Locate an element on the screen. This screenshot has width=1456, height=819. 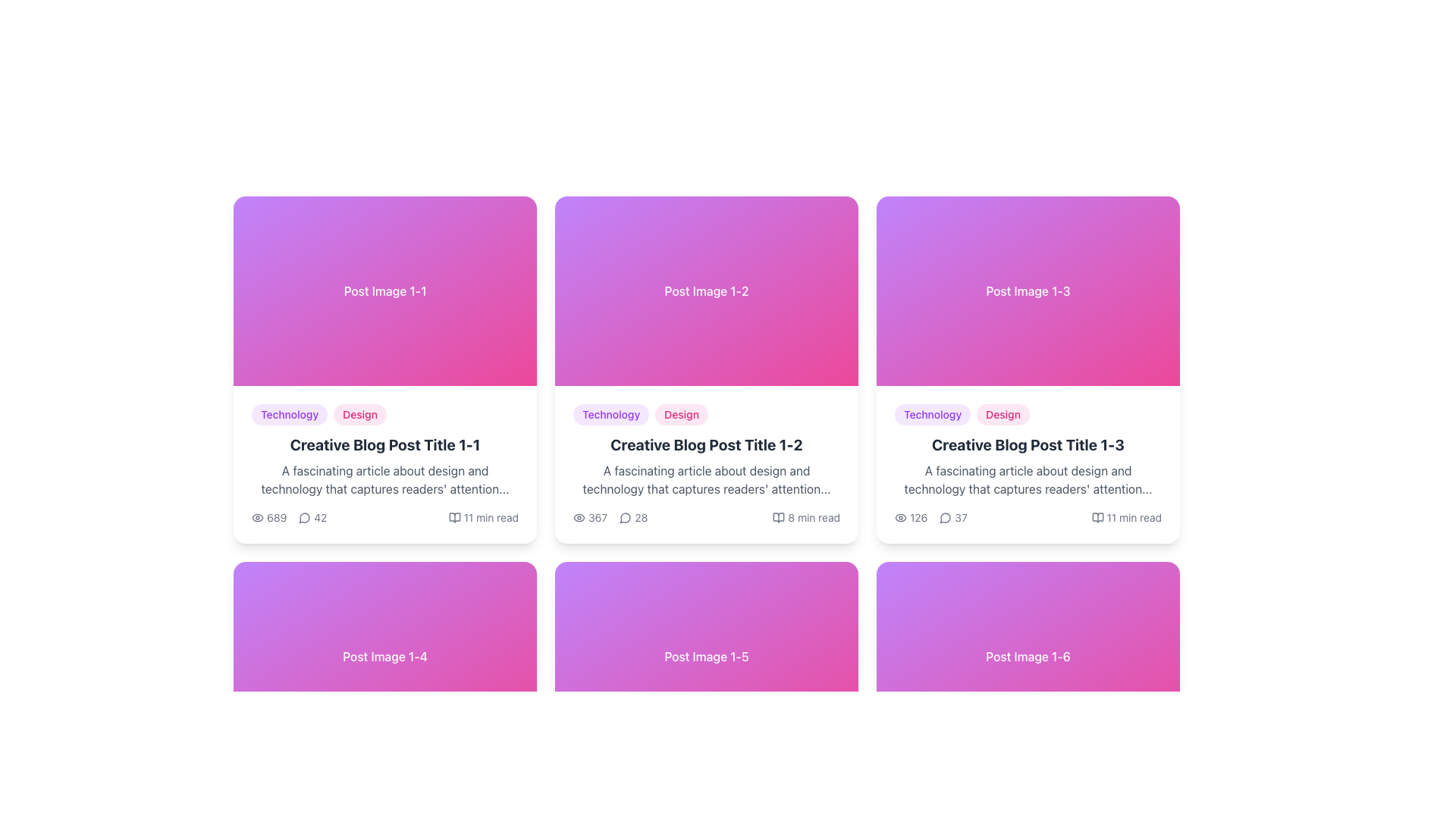
displayed view count from the label with an icon that shows the number of views for the blog post, located under the title and description fields is located at coordinates (910, 516).